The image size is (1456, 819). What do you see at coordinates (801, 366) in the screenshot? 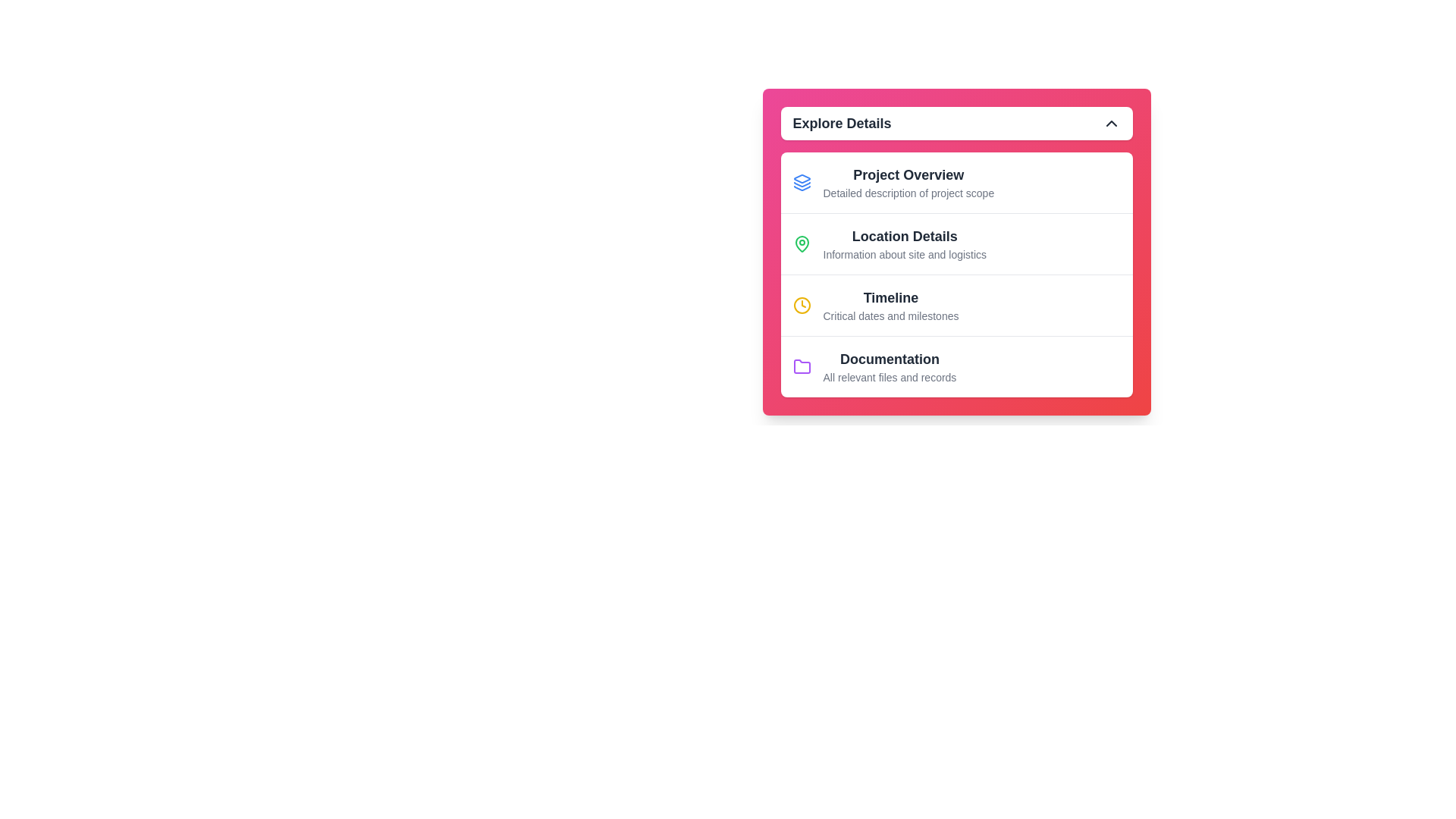
I see `the purple folder-shaped icon located next to the 'Documentation' text in the Documentation section` at bounding box center [801, 366].